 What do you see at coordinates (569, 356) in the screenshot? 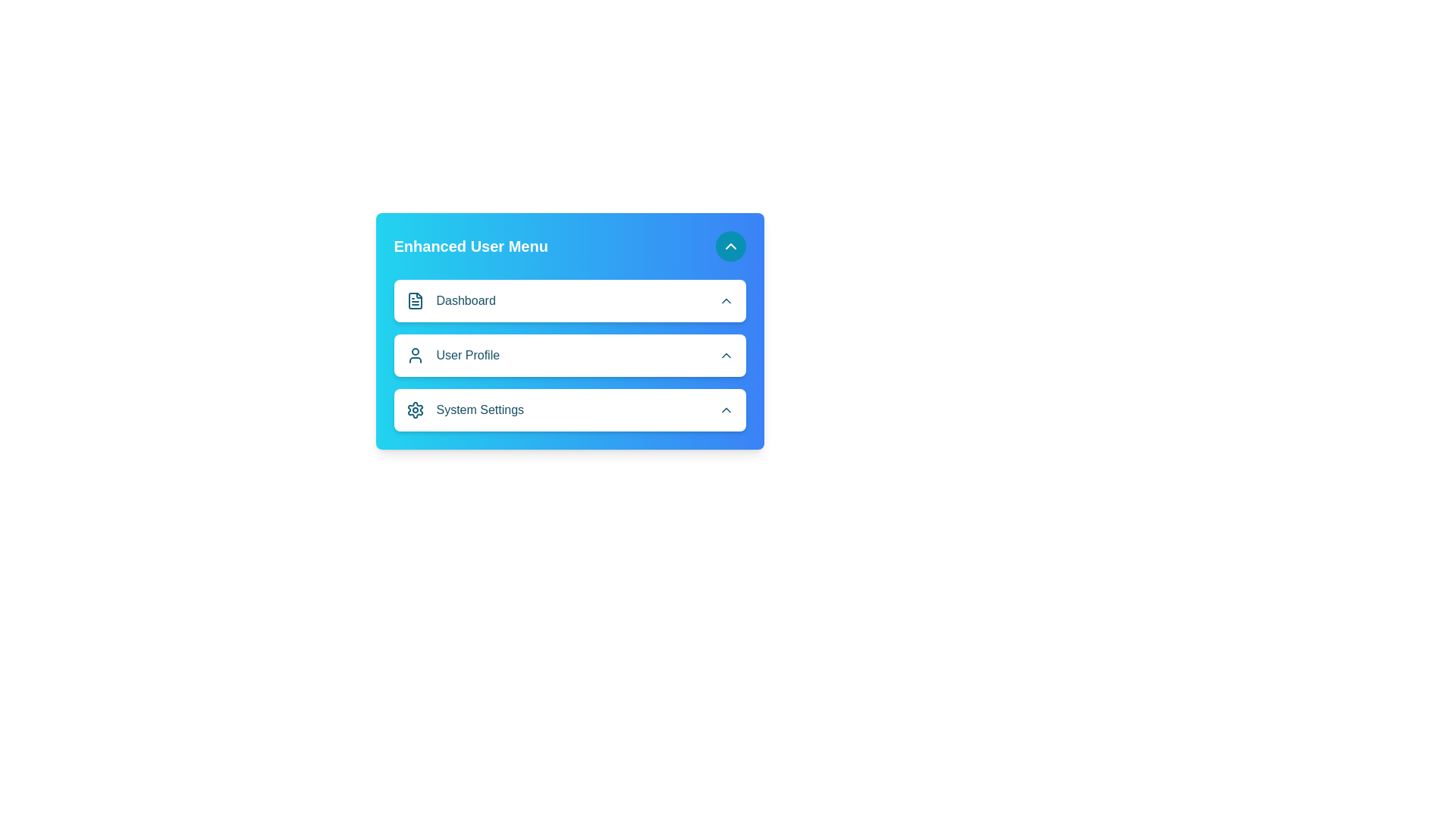
I see `the second menu item labeled 'User Profile' within the 'Enhanced User Menu'` at bounding box center [569, 356].